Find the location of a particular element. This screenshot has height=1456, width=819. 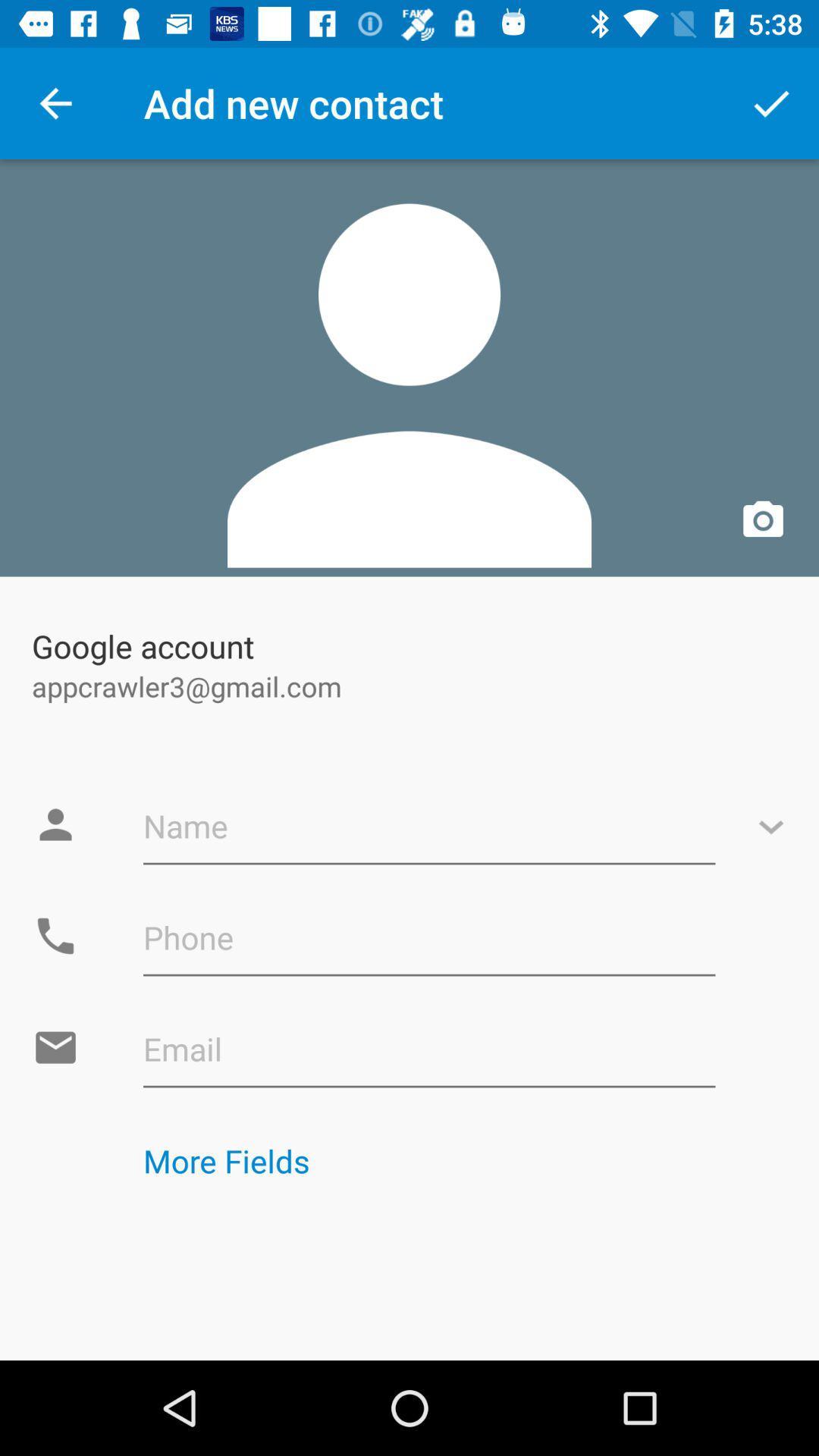

the app next to add new contact item is located at coordinates (771, 102).